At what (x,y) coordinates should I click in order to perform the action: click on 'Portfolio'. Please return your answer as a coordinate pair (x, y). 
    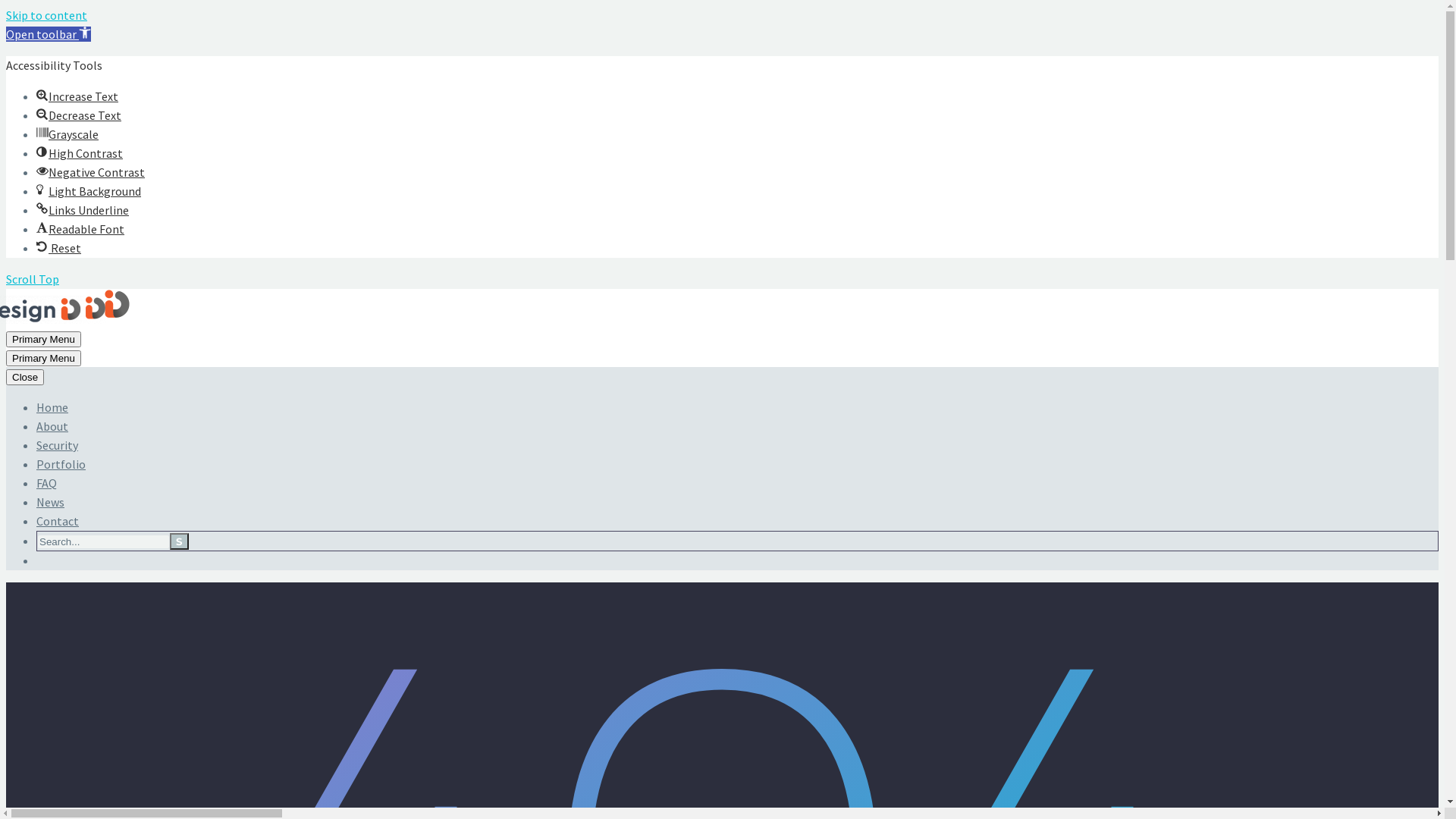
    Looking at the image, I should click on (61, 463).